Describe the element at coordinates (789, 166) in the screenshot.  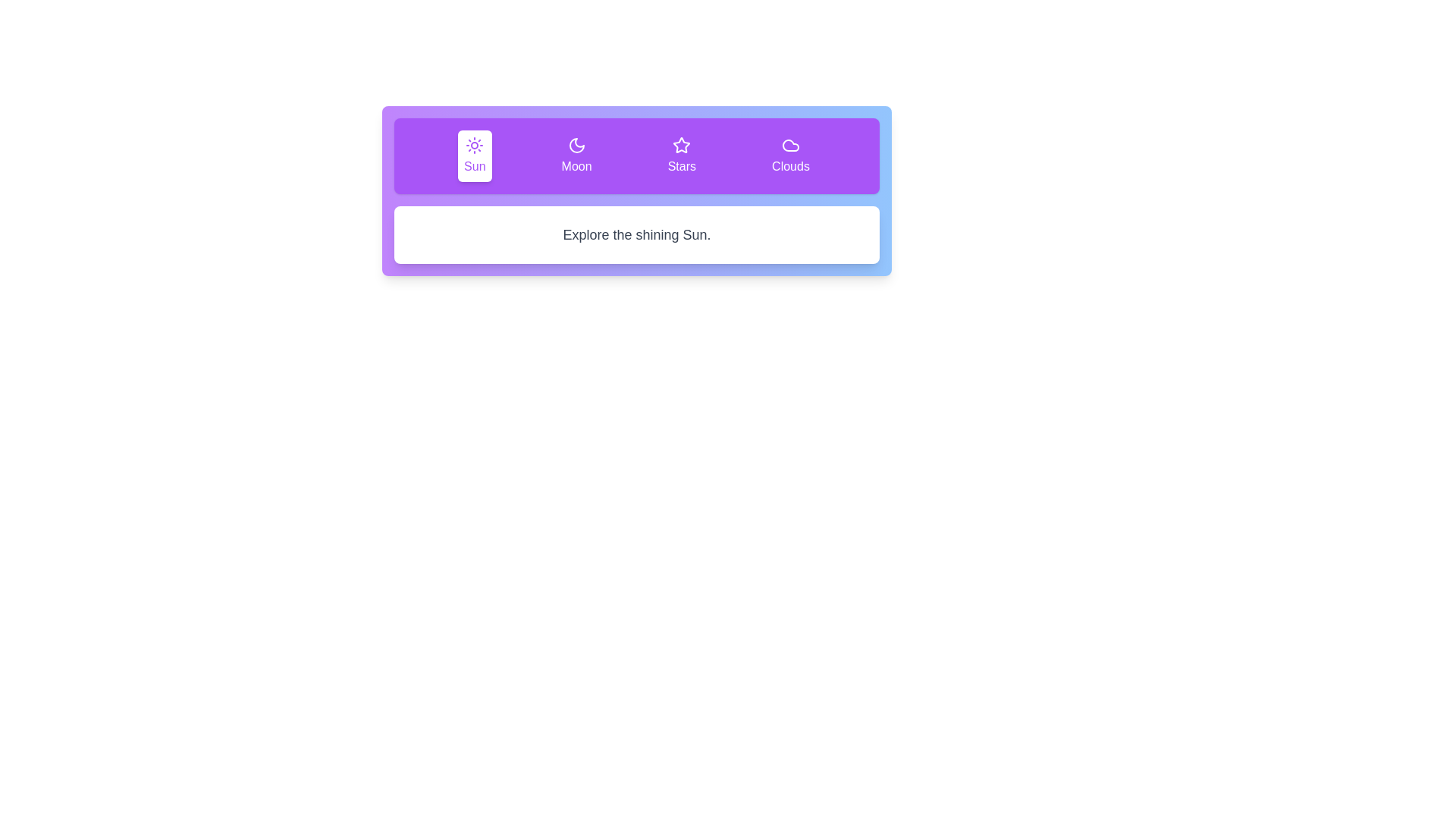
I see `text label displaying 'Clouds' which is located centrally in the navigation bar on a purple background` at that location.